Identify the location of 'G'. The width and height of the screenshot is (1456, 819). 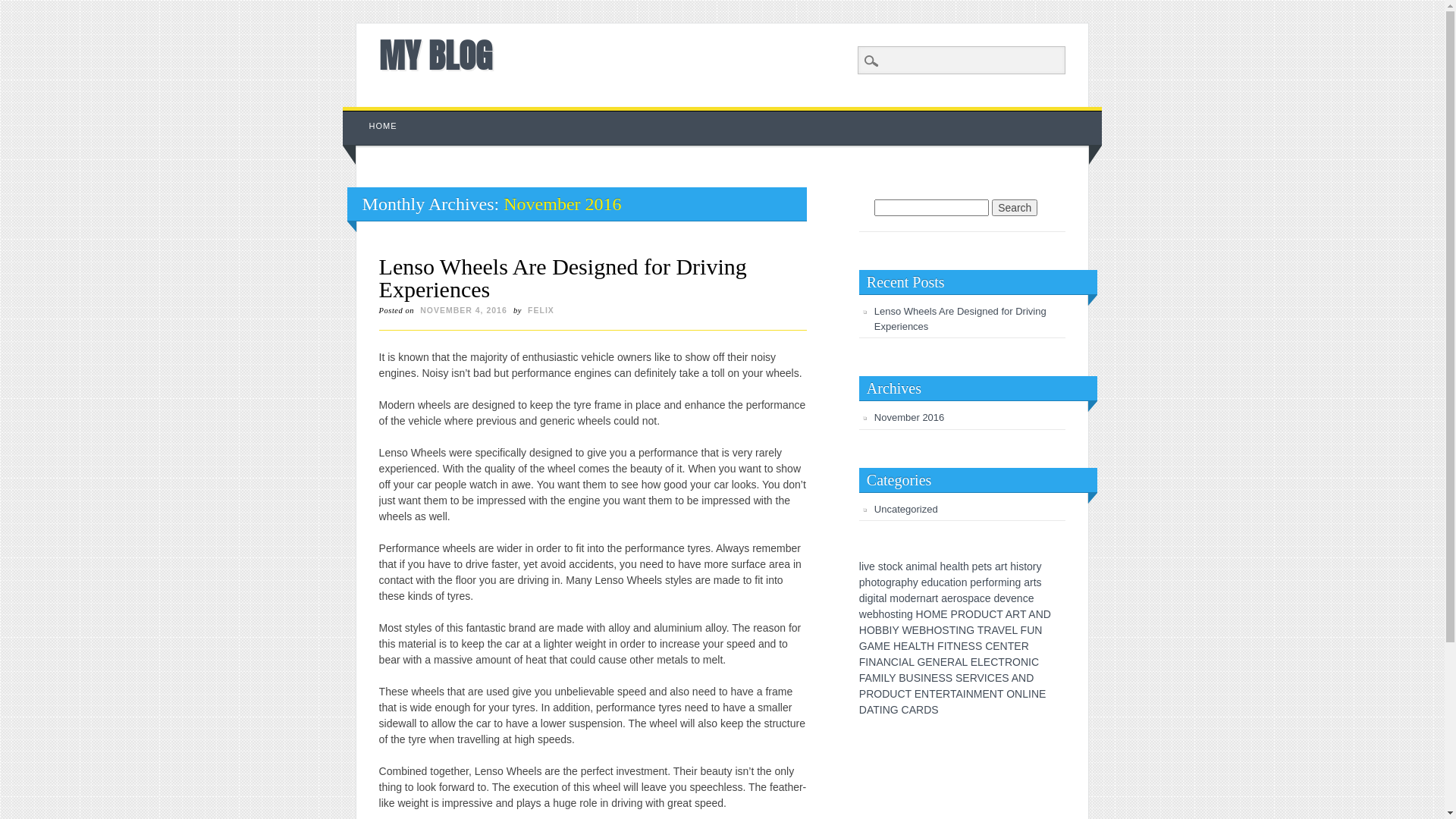
(894, 710).